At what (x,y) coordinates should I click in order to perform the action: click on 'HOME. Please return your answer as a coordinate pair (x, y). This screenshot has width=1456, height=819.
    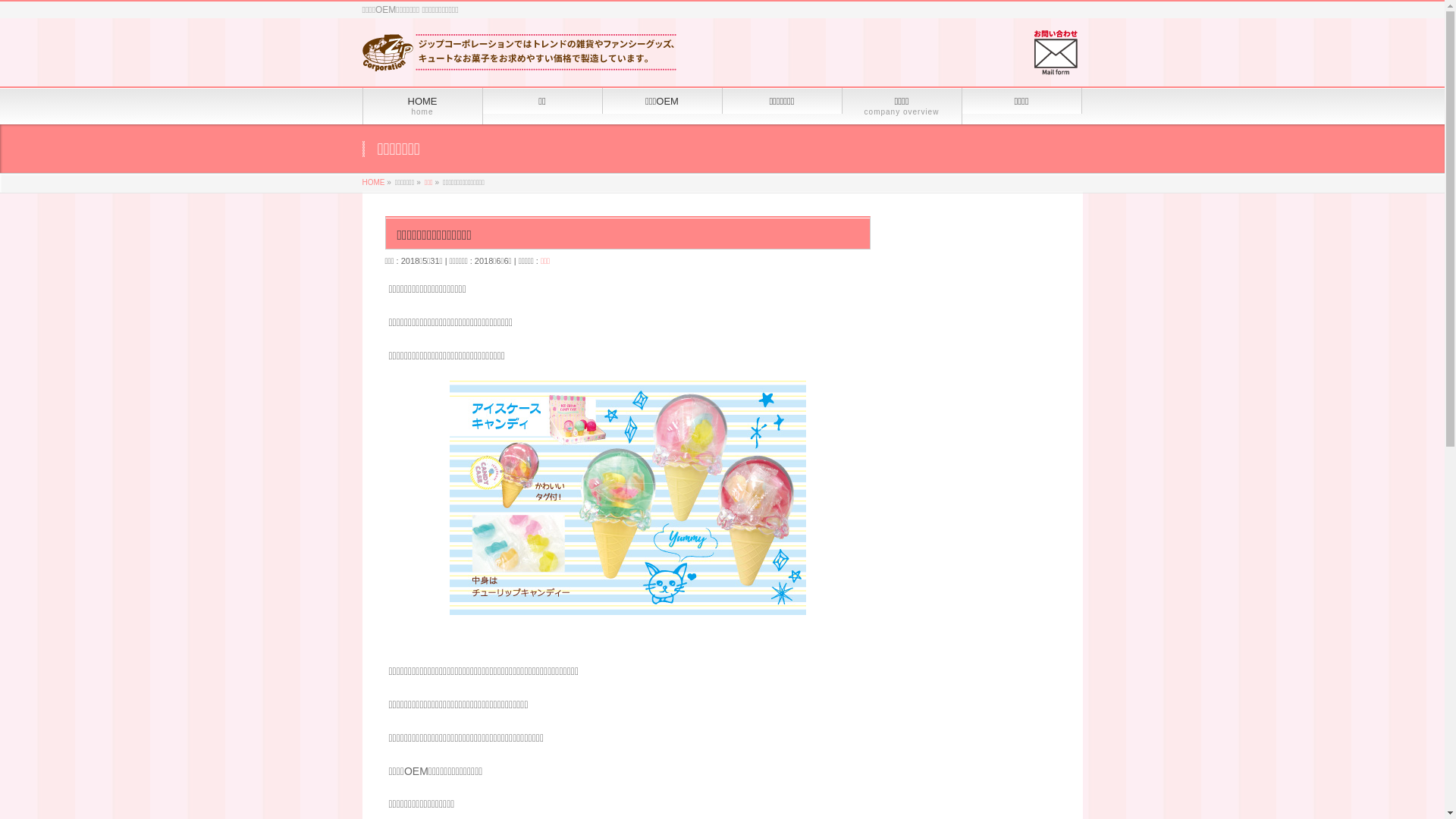
    Looking at the image, I should click on (422, 105).